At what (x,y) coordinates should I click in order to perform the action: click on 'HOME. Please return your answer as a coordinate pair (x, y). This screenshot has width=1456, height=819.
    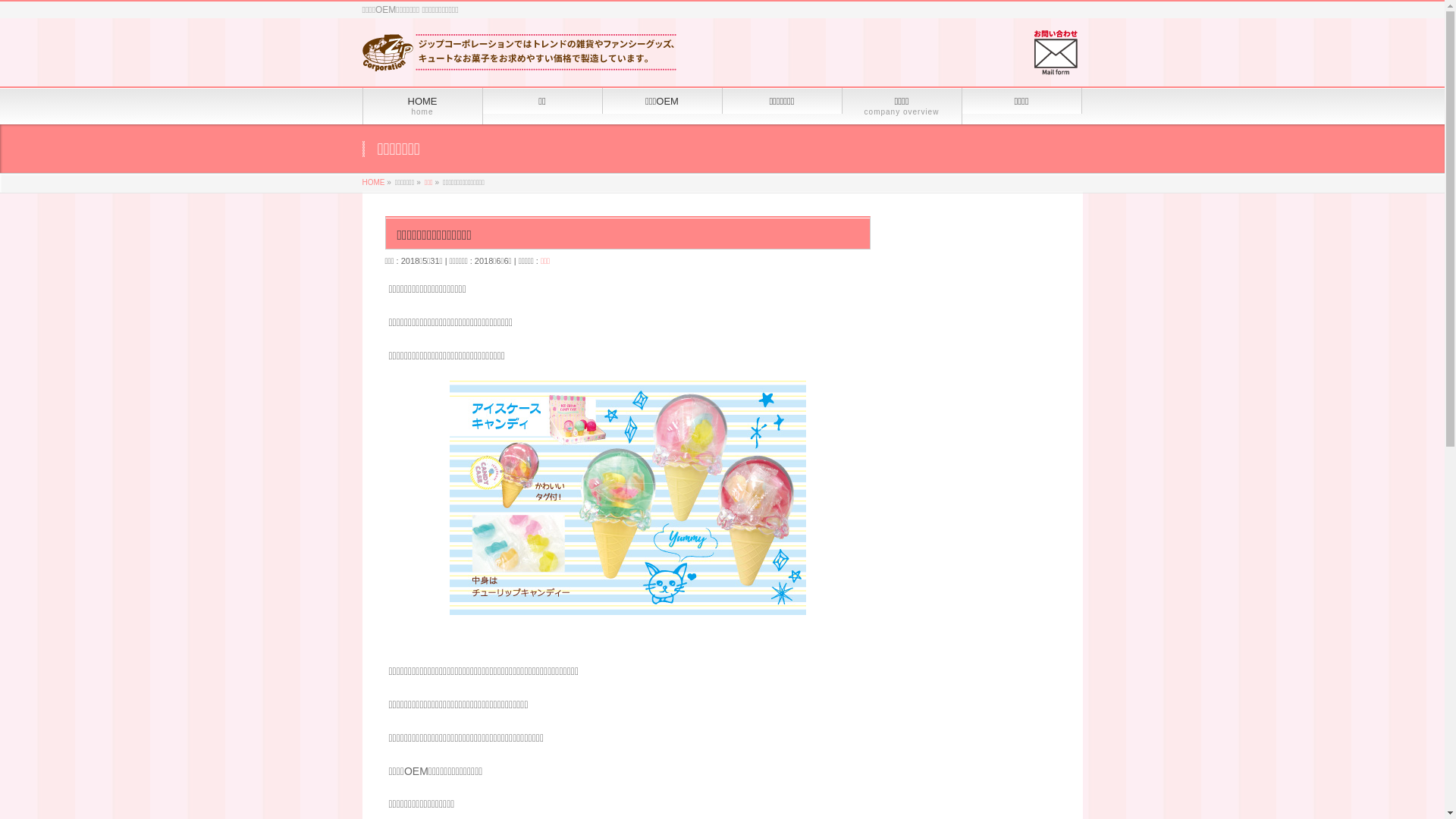
    Looking at the image, I should click on (422, 105).